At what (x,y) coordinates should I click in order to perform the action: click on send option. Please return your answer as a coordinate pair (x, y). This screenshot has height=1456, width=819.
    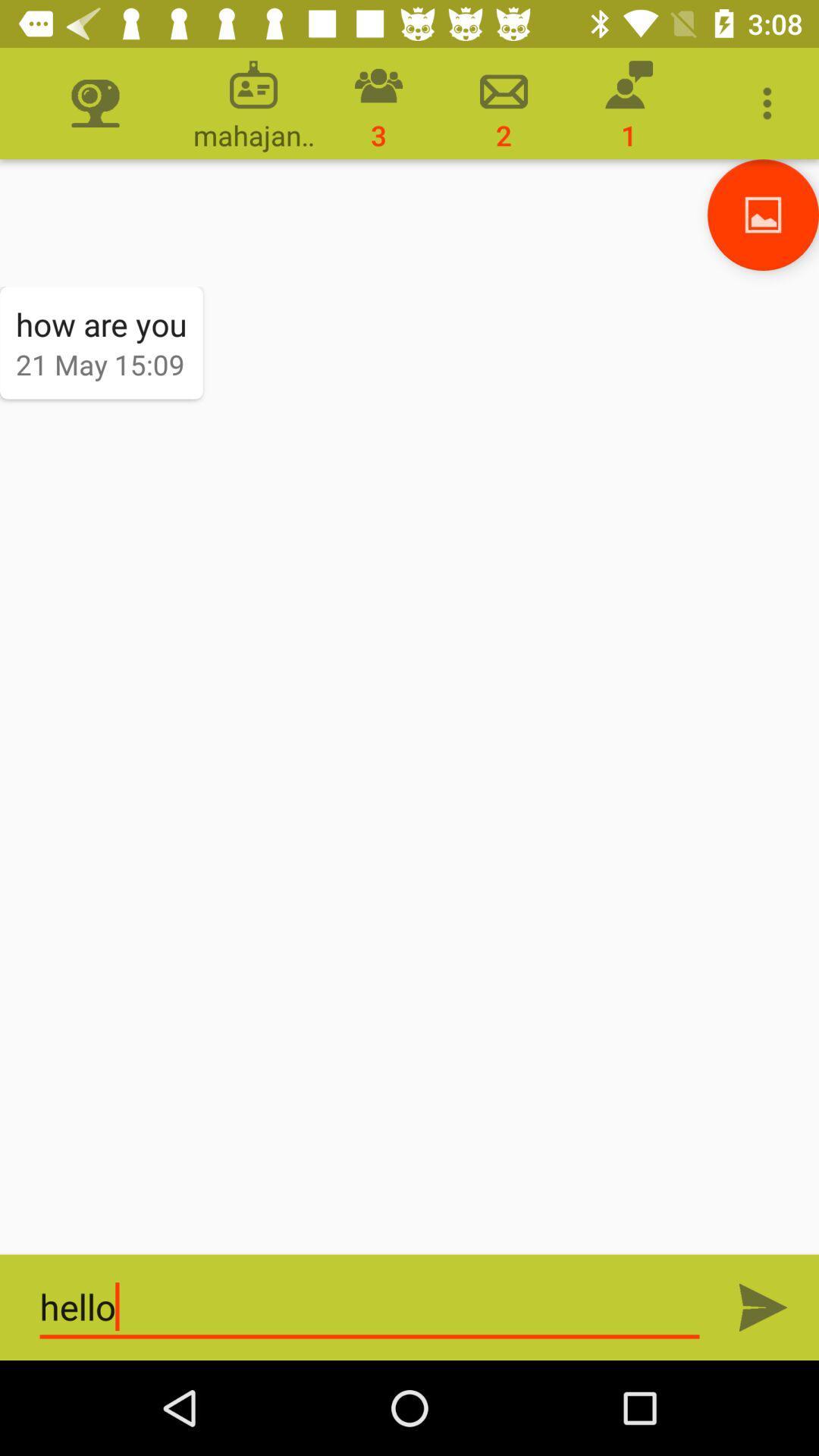
    Looking at the image, I should click on (763, 1307).